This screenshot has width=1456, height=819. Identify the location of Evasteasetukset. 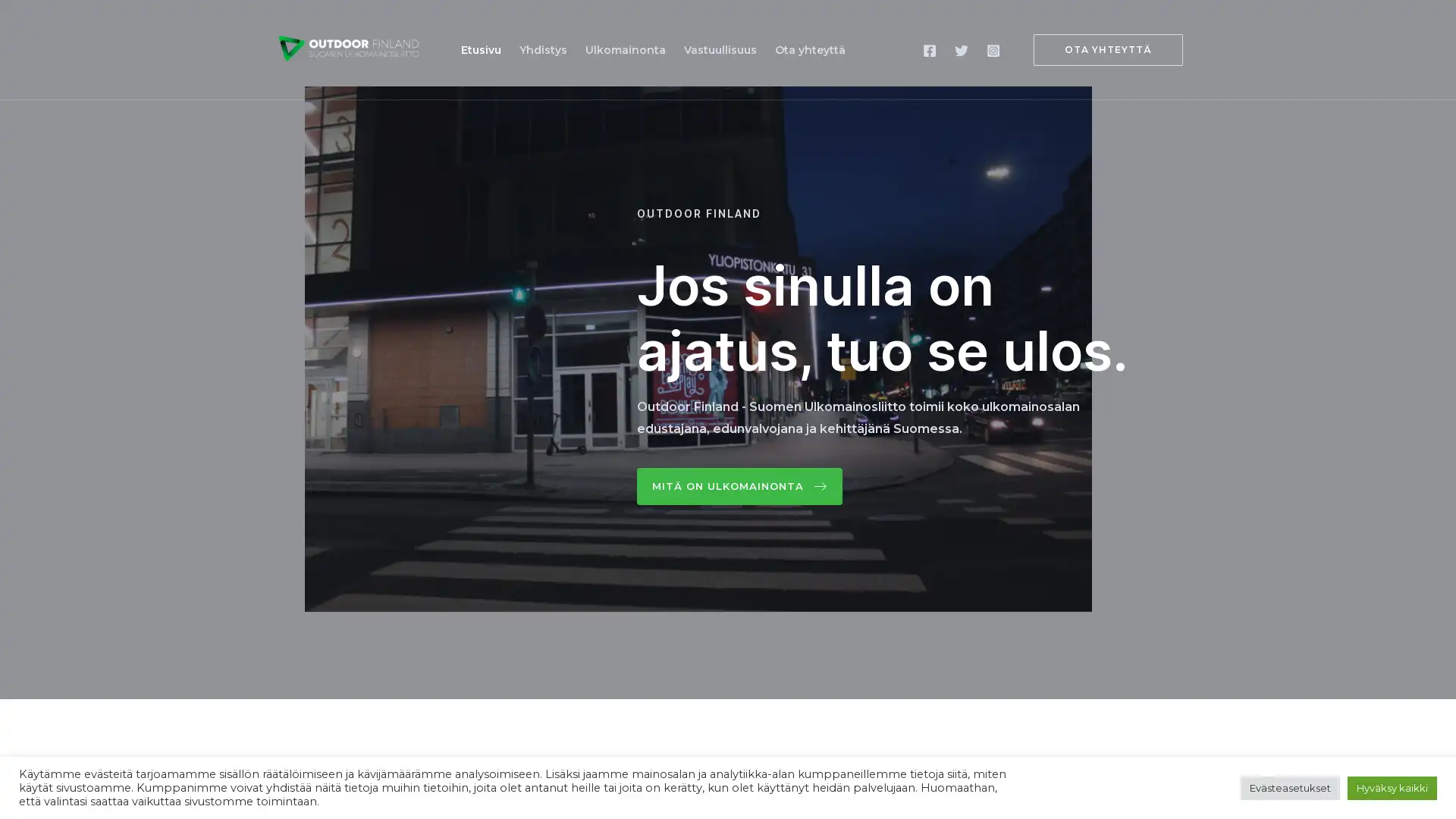
(1289, 786).